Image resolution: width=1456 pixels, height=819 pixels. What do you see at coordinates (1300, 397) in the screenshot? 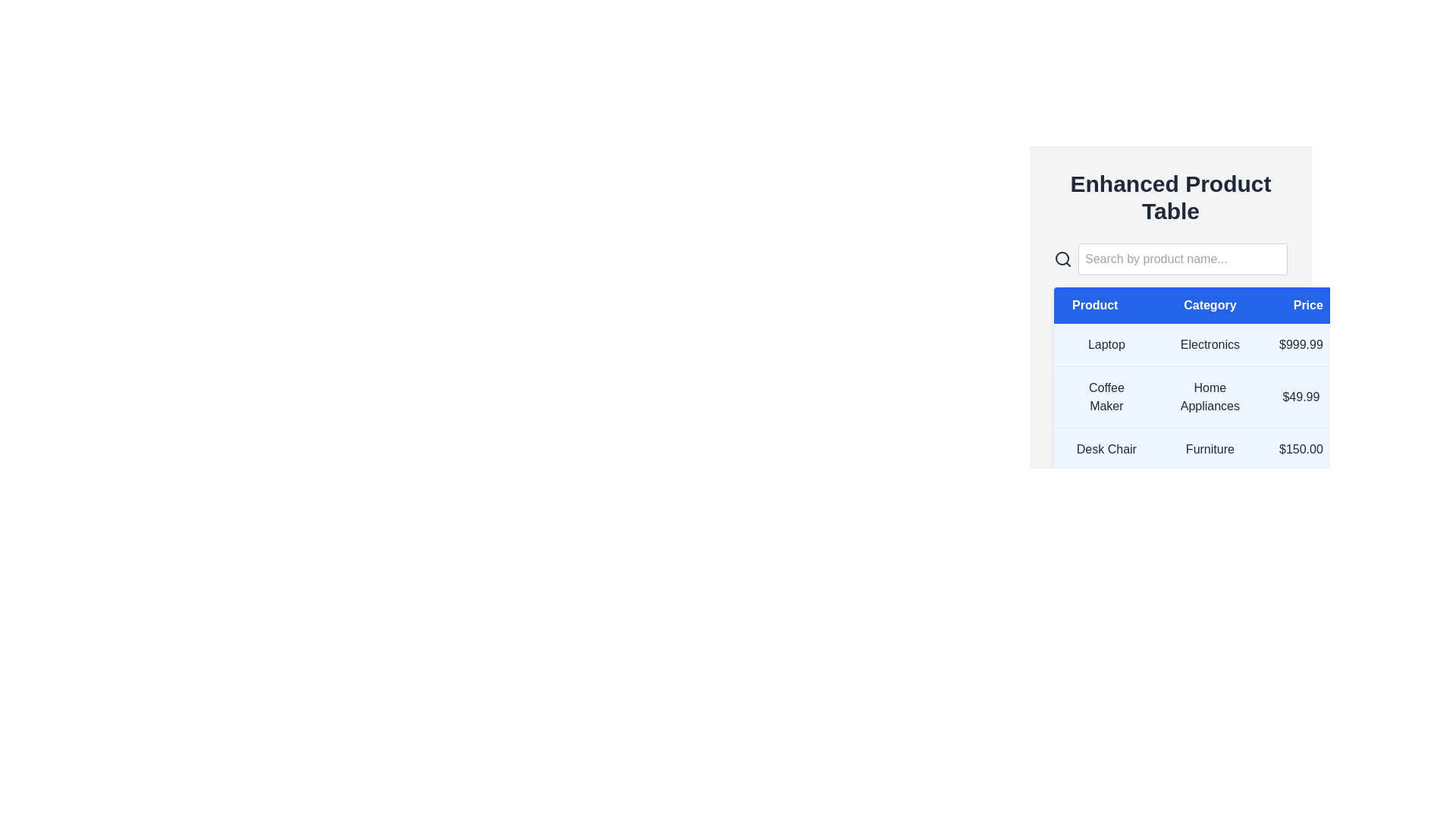
I see `the table cell displaying the price of the product 'Coffee Maker', located in the third column of its row` at bounding box center [1300, 397].